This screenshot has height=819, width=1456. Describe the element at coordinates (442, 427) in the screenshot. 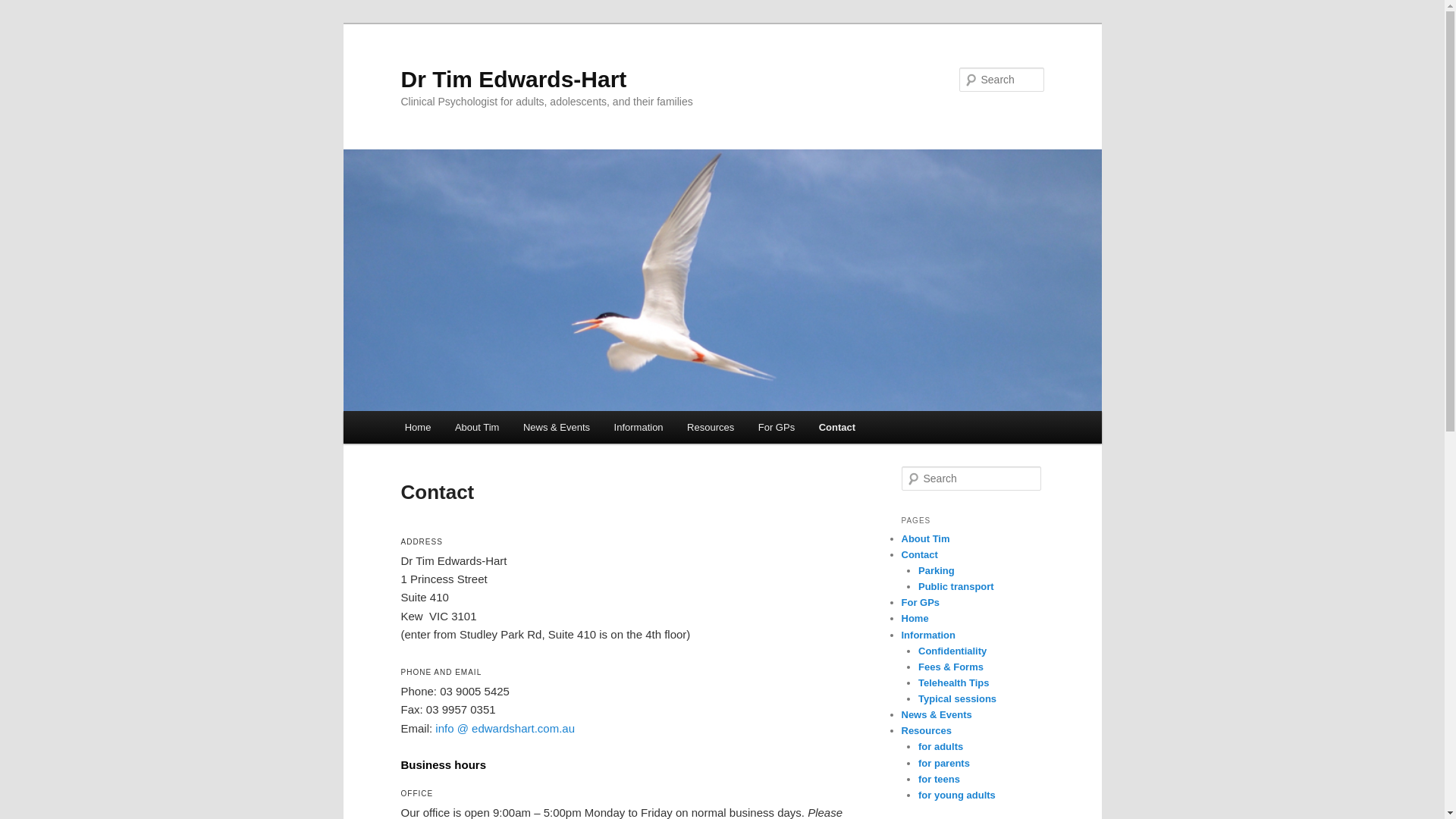

I see `'About Tim'` at that location.